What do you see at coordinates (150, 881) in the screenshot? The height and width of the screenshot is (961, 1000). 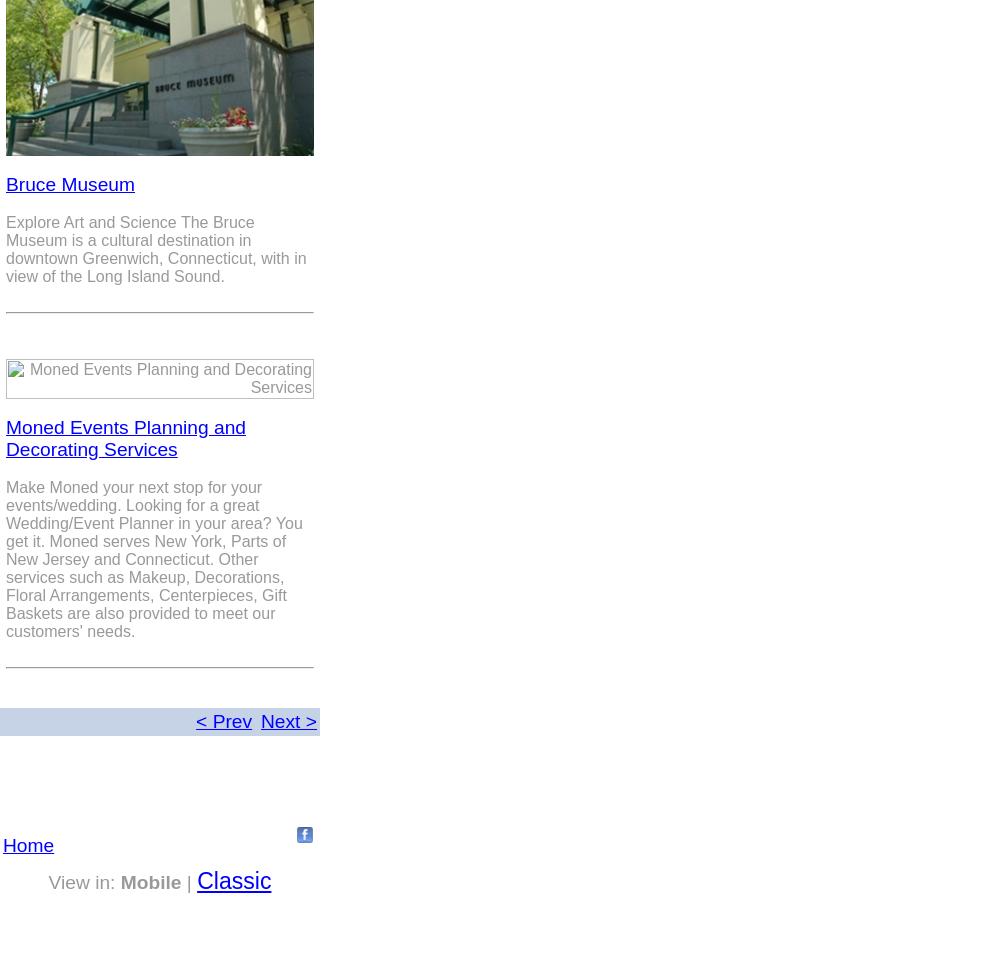 I see `'Mobile'` at bounding box center [150, 881].